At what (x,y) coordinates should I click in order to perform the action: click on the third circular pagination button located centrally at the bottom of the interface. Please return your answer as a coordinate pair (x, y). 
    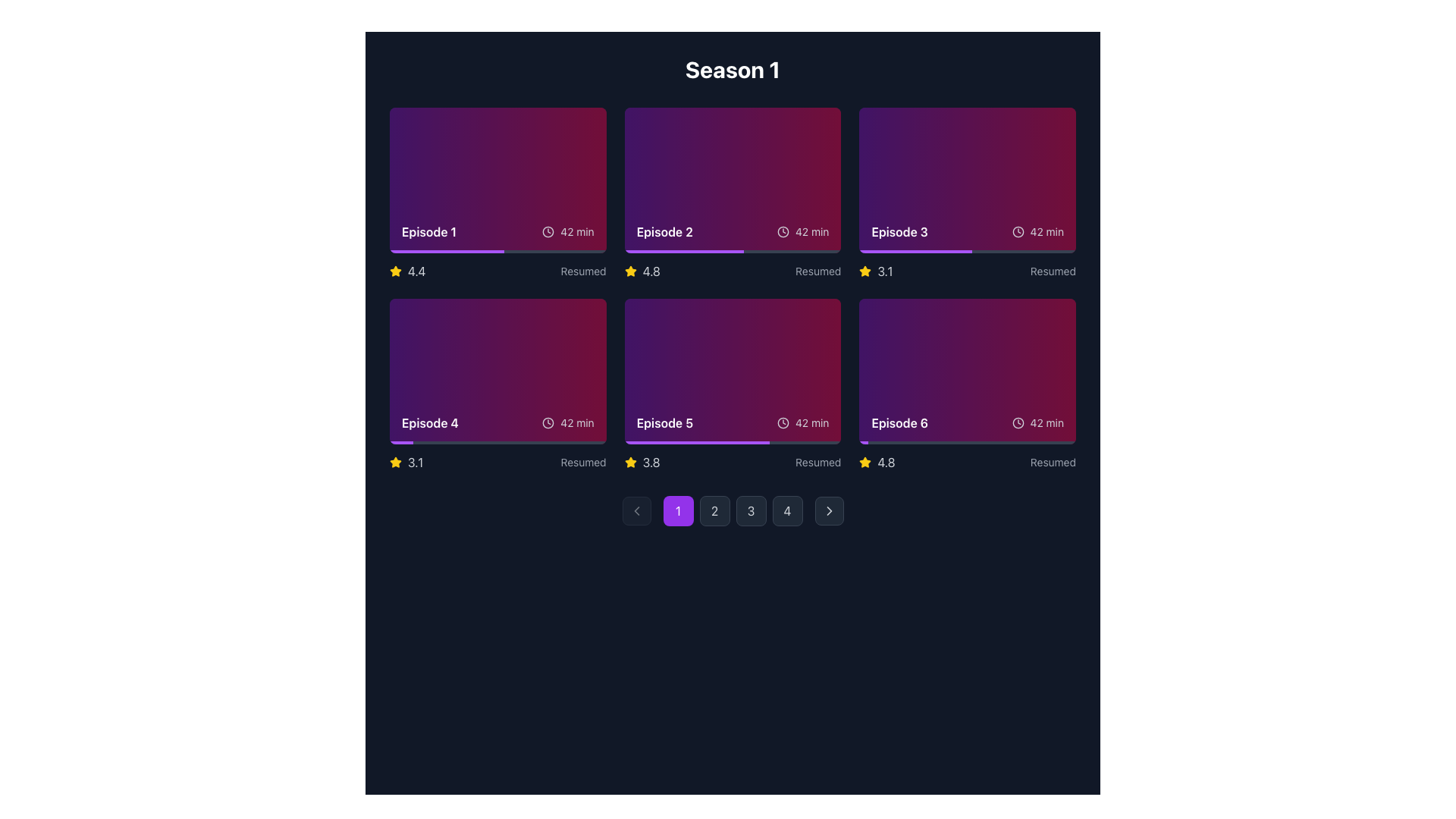
    Looking at the image, I should click on (751, 511).